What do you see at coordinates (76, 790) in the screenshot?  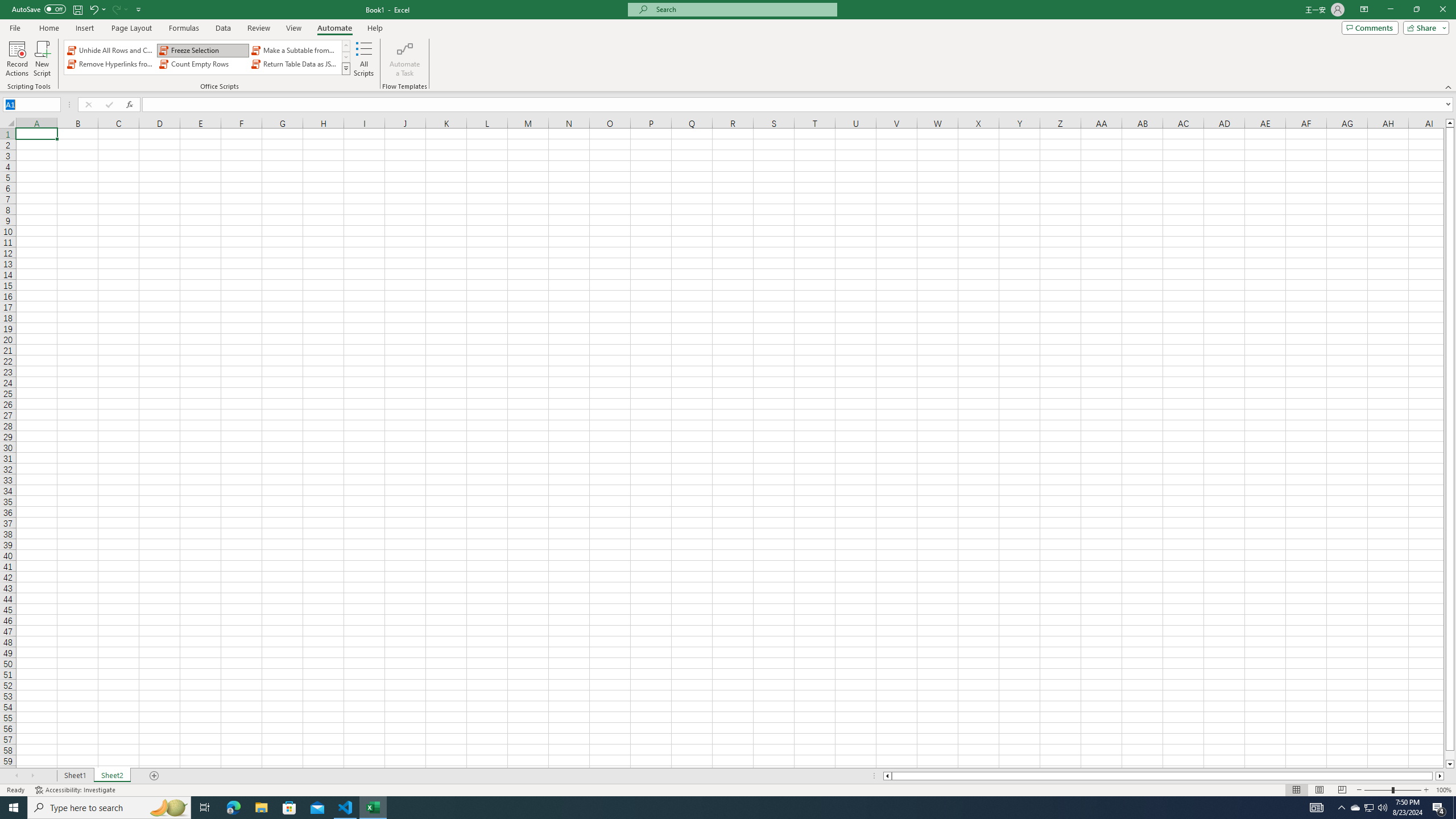 I see `'Accessibility Checker Accessibility: Investigate'` at bounding box center [76, 790].